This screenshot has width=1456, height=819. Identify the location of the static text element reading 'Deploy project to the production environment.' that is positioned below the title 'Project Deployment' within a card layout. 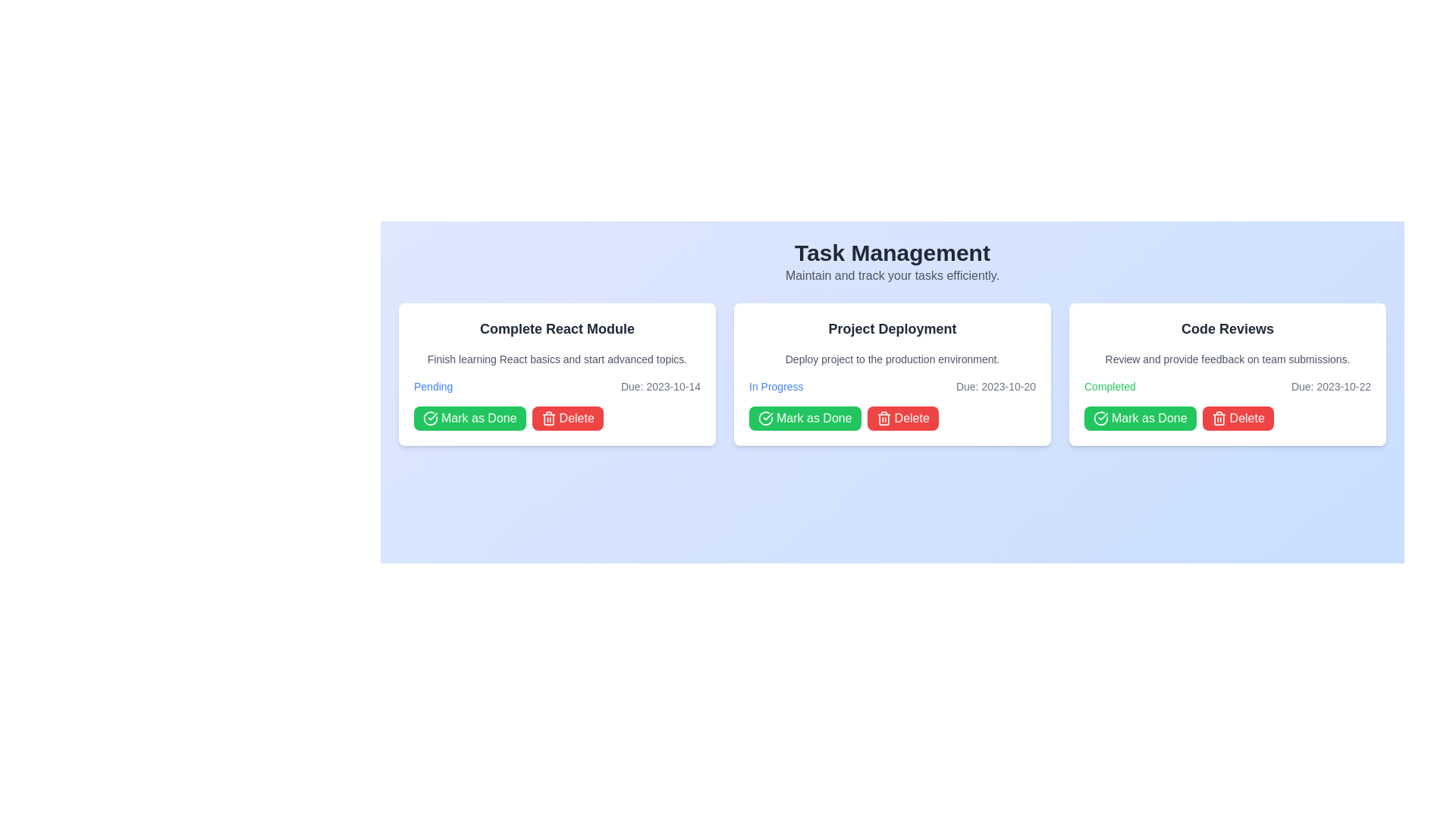
(892, 359).